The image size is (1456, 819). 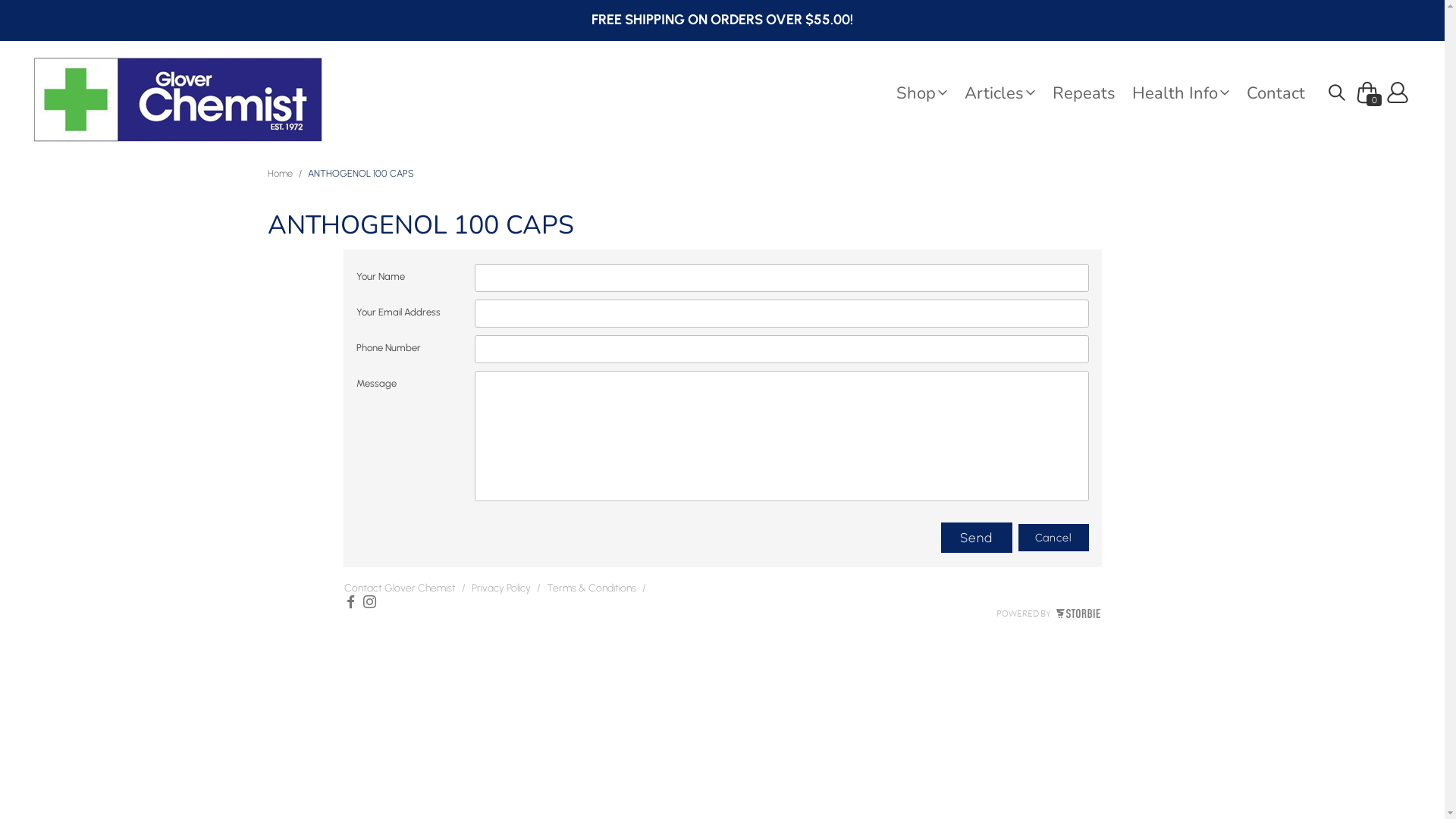 I want to click on 'Contact', so click(x=1283, y=93).